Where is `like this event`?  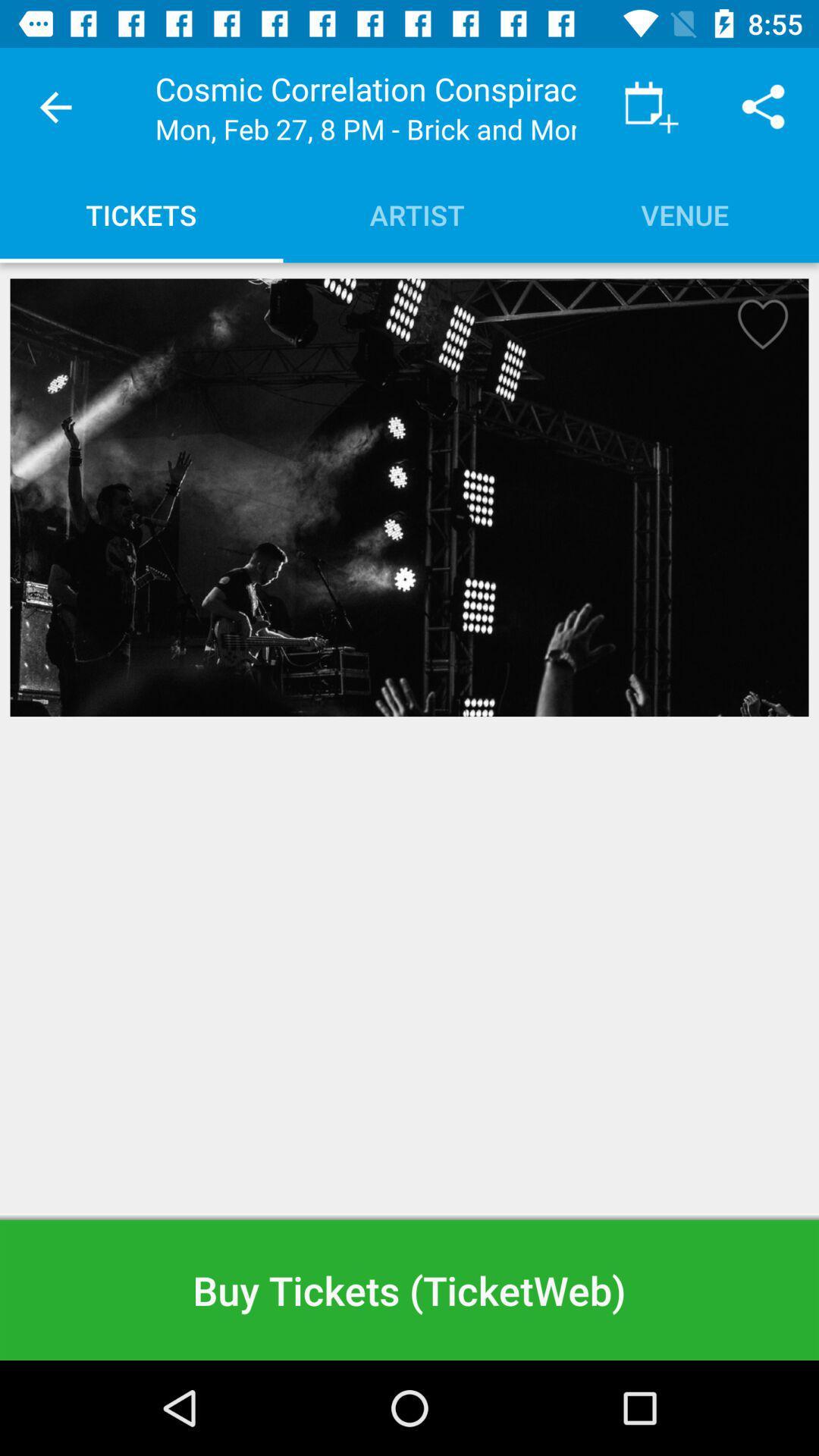
like this event is located at coordinates (758, 328).